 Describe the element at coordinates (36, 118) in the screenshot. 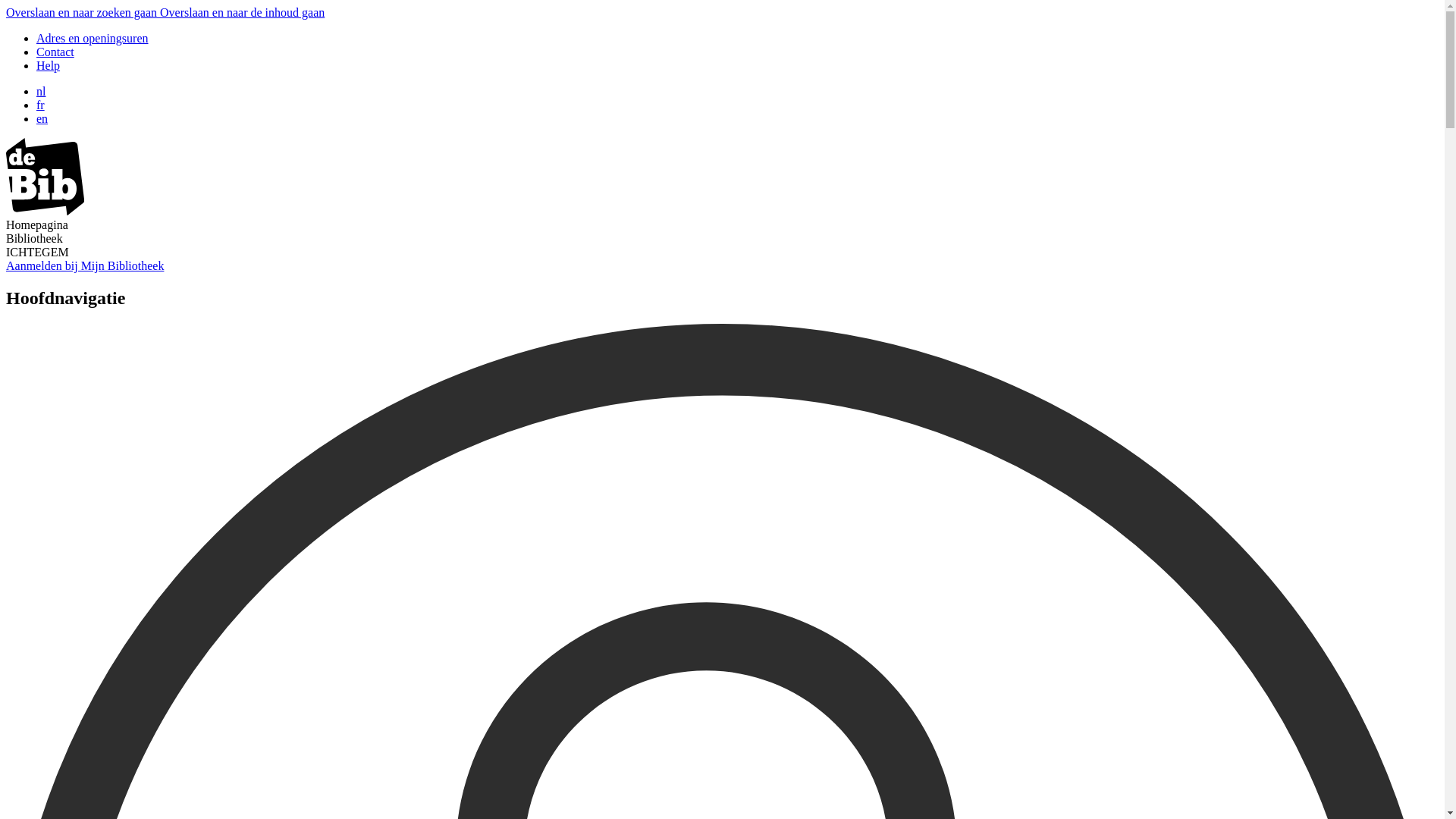

I see `'en'` at that location.